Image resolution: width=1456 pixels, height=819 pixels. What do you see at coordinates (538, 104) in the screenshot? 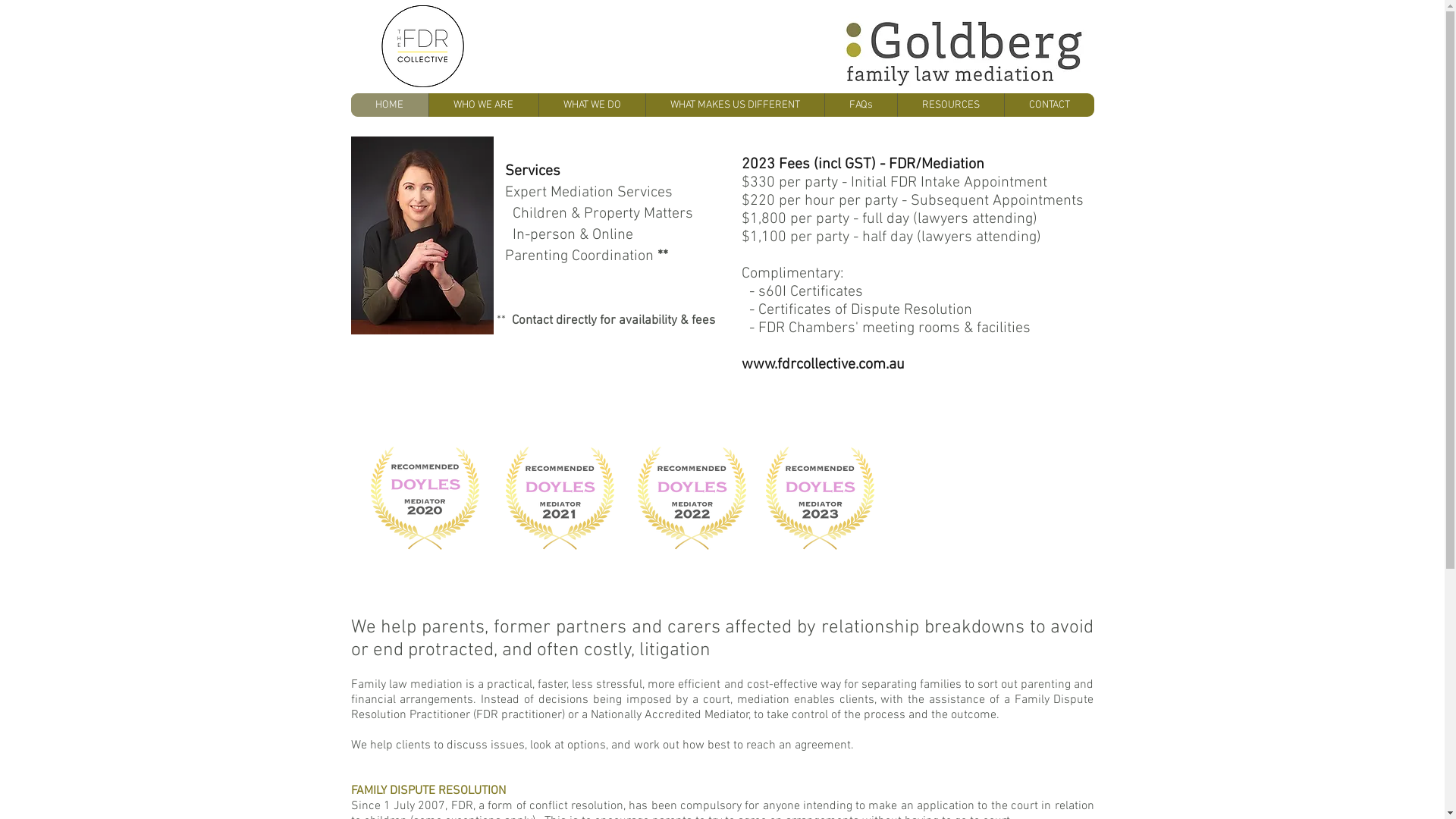
I see `'WHAT WE DO'` at bounding box center [538, 104].